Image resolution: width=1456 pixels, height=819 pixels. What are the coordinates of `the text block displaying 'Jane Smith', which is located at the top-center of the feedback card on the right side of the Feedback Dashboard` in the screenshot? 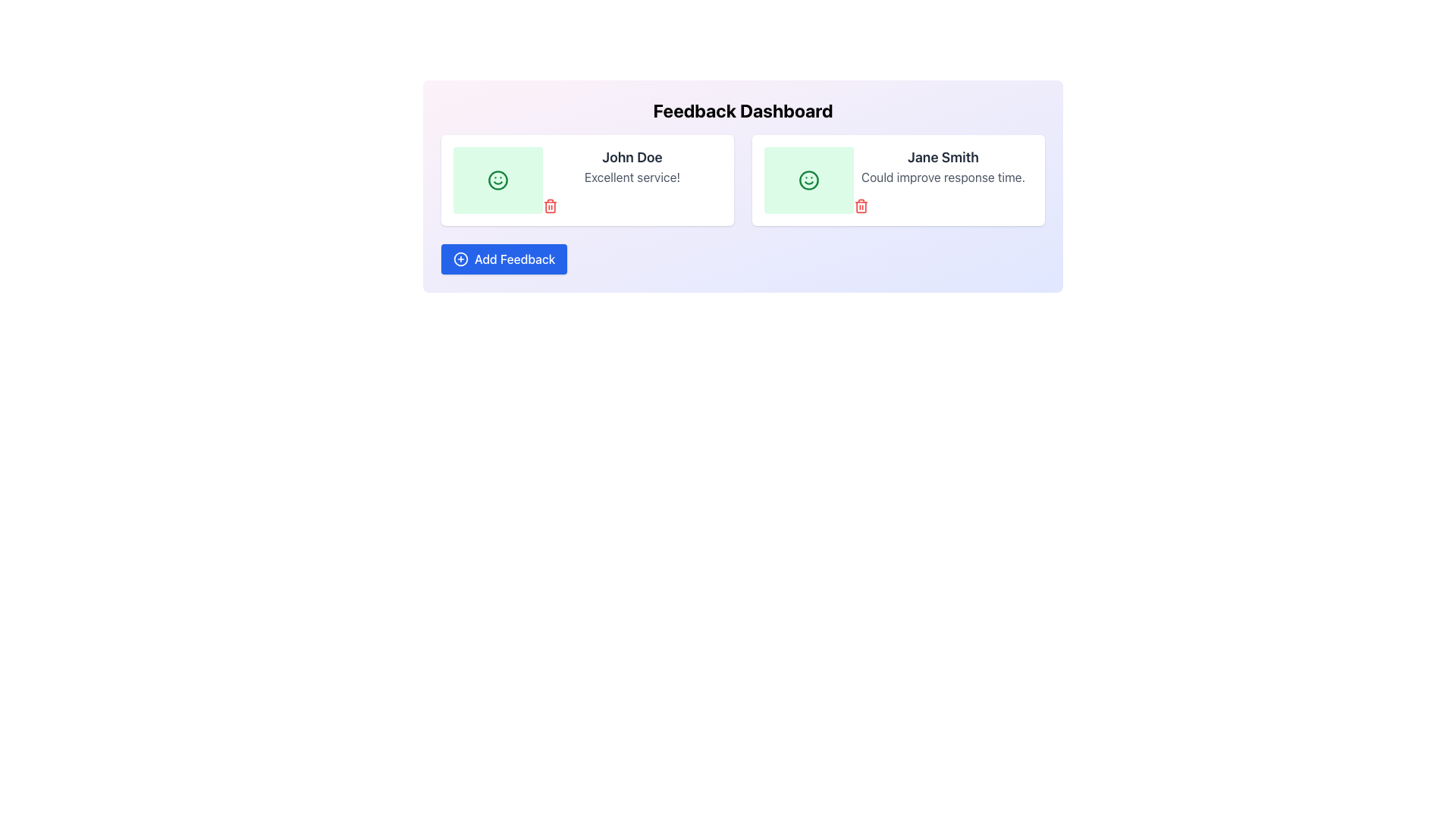 It's located at (942, 158).